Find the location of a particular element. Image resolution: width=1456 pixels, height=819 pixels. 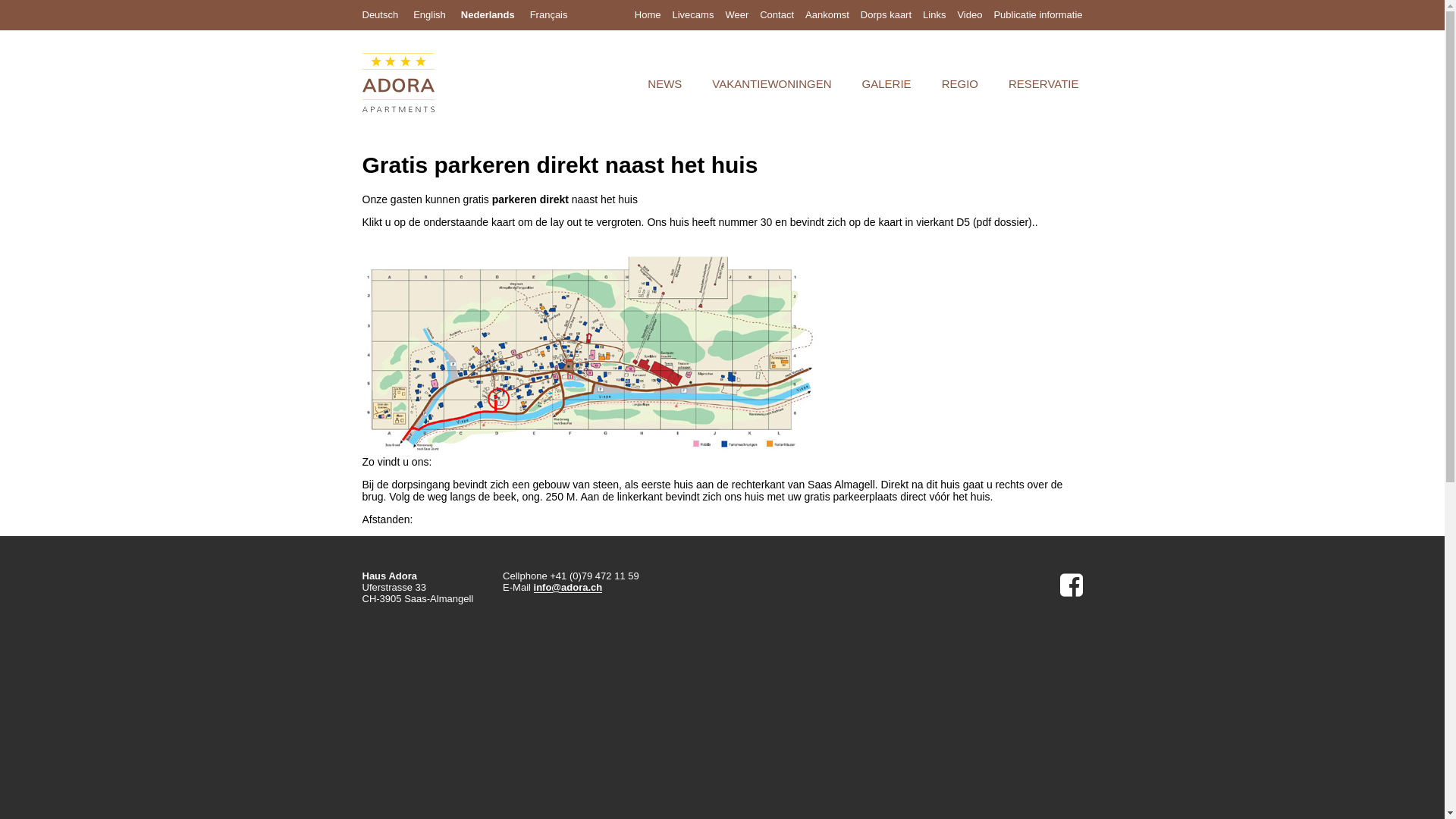

'English' is located at coordinates (428, 14).